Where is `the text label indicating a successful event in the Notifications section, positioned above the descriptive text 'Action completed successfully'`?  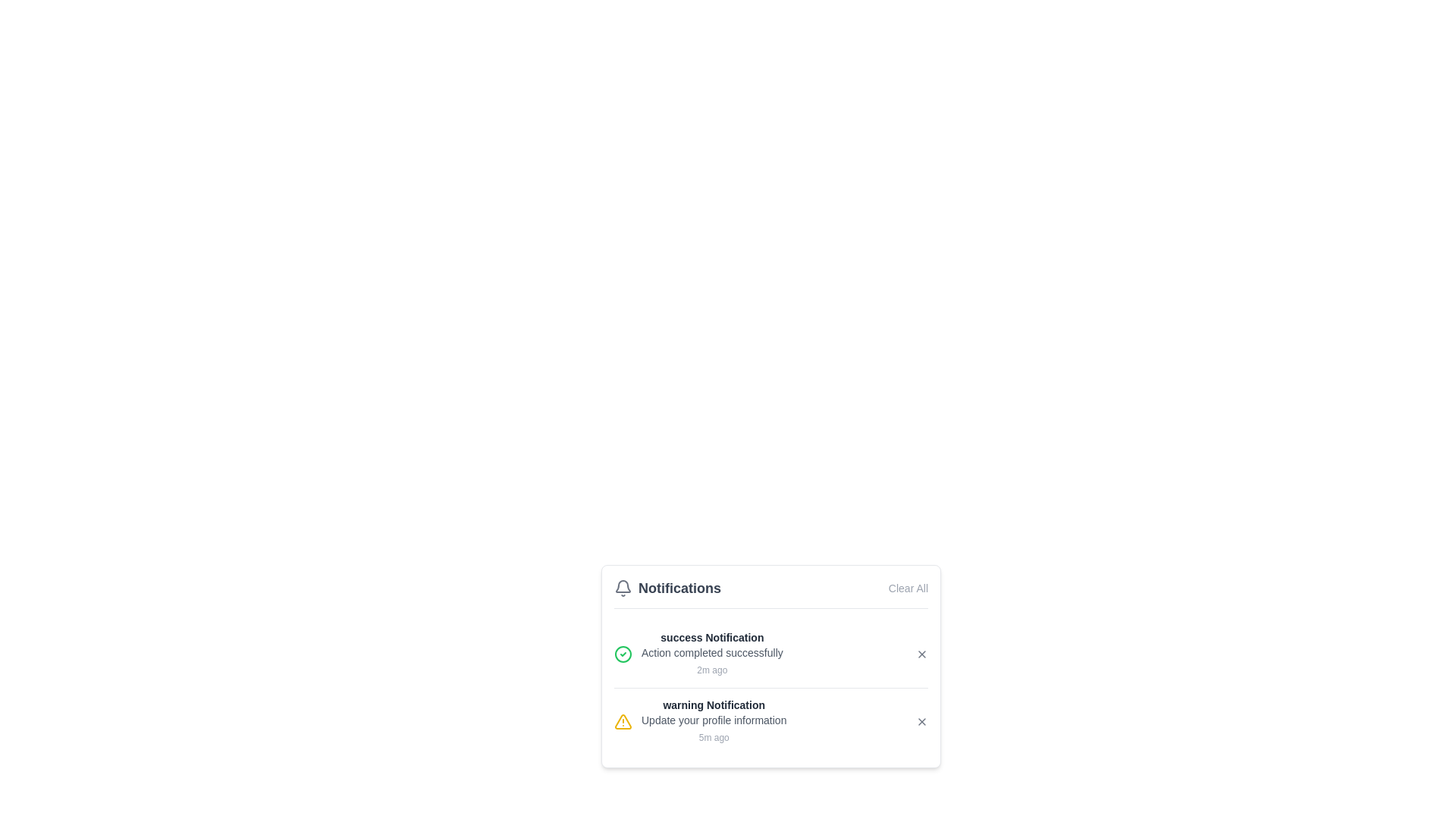 the text label indicating a successful event in the Notifications section, positioned above the descriptive text 'Action completed successfully' is located at coordinates (711, 637).